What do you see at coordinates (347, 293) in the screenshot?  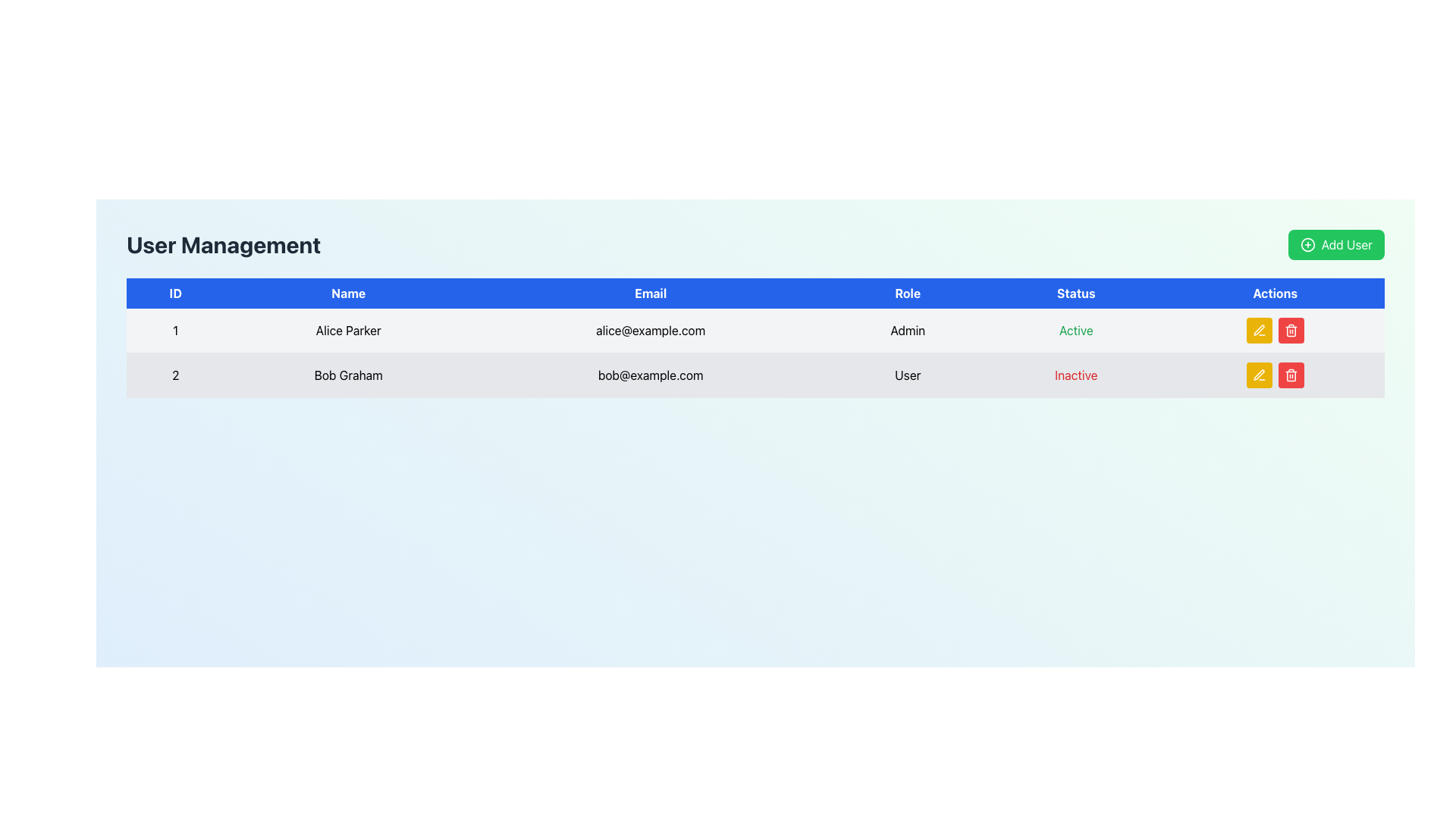 I see `the Table Header Cell labeled 'Name'` at bounding box center [347, 293].